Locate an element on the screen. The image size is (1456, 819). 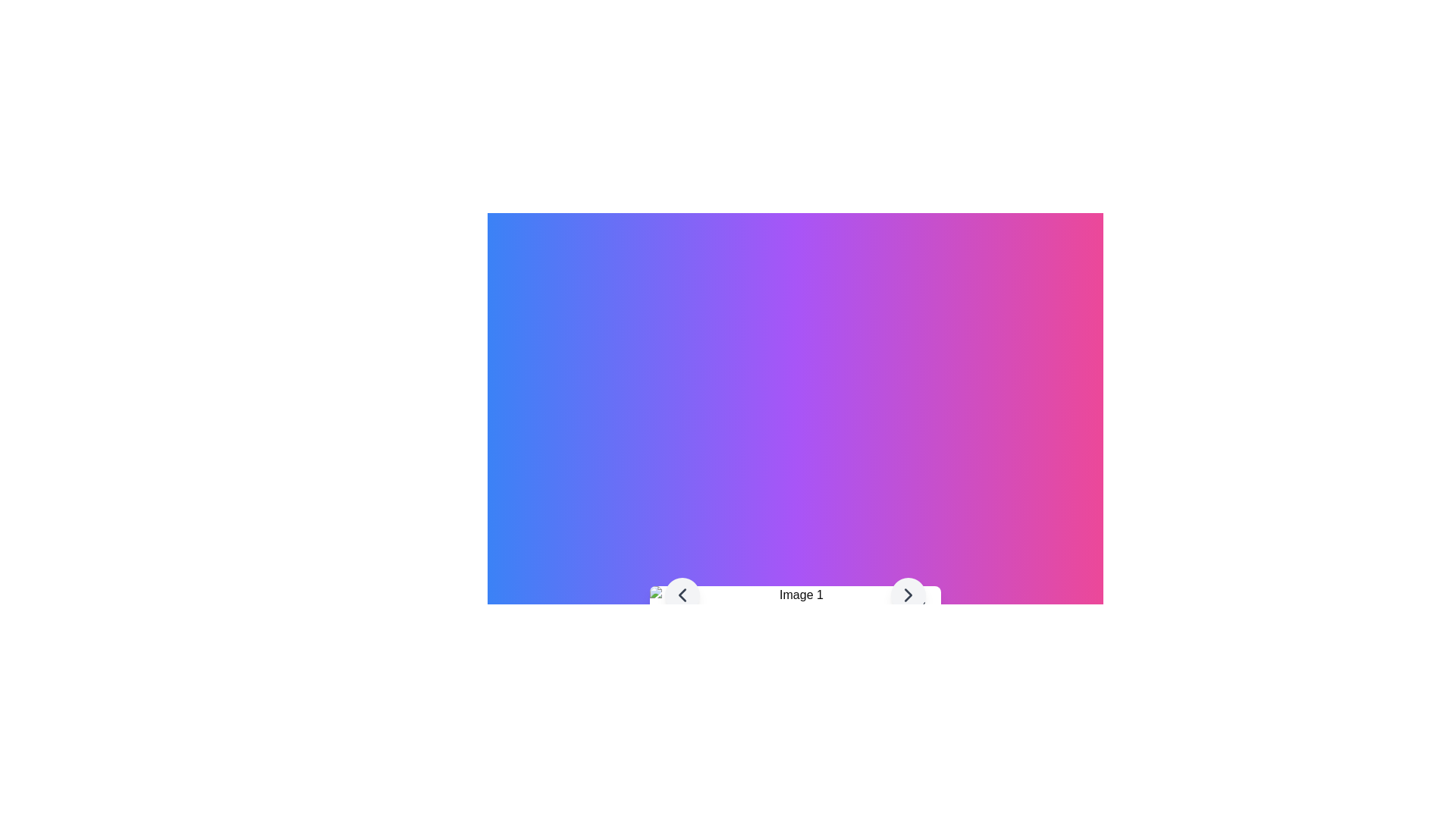
the triangular chevron or arrowhead graphic element, which is styled in a solid dark color and positioned at the bottom-right corner of the interface is located at coordinates (908, 595).